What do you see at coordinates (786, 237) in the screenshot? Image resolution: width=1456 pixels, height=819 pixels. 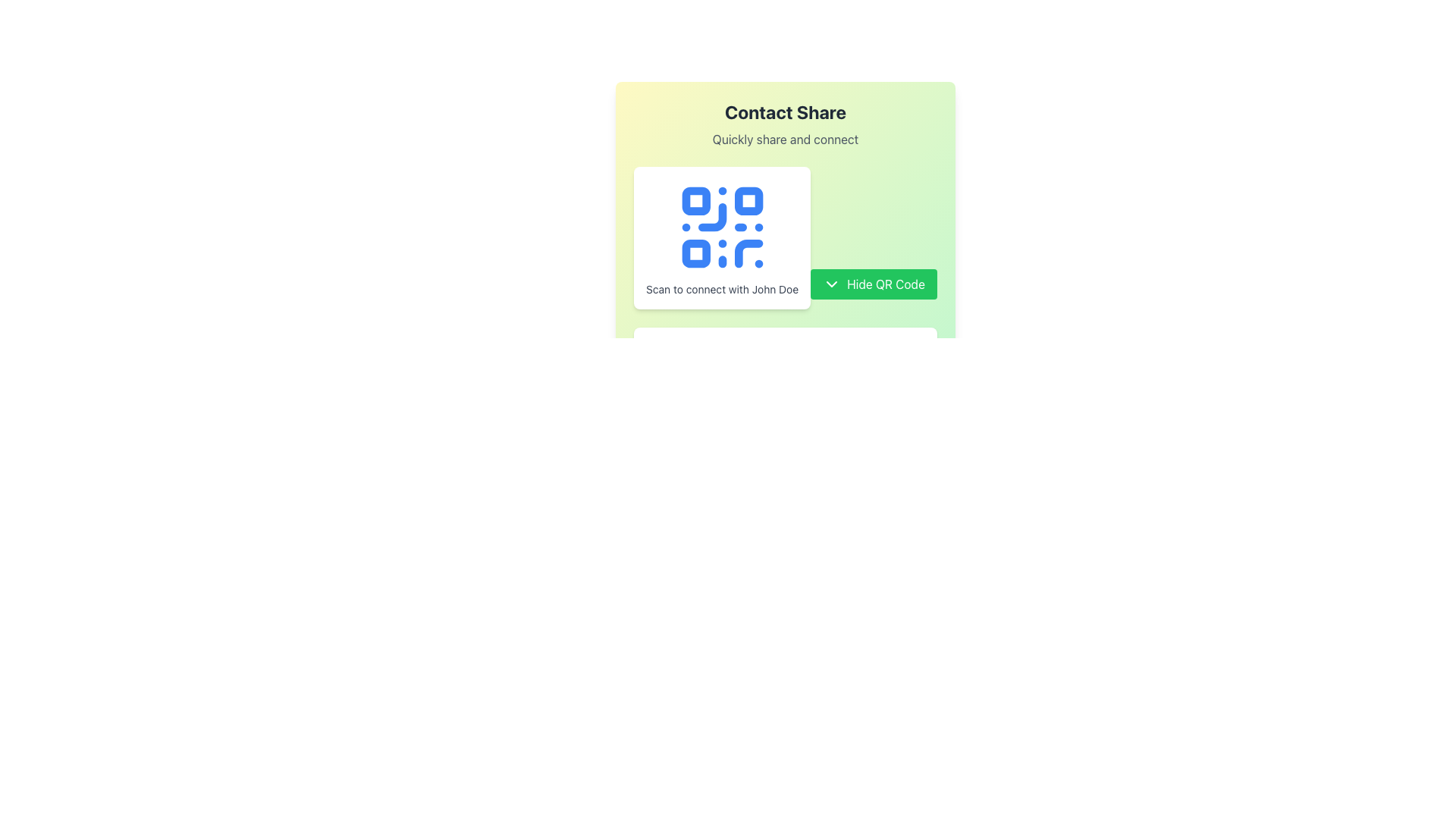 I see `the QR code in the Informational Display for John Doe` at bounding box center [786, 237].